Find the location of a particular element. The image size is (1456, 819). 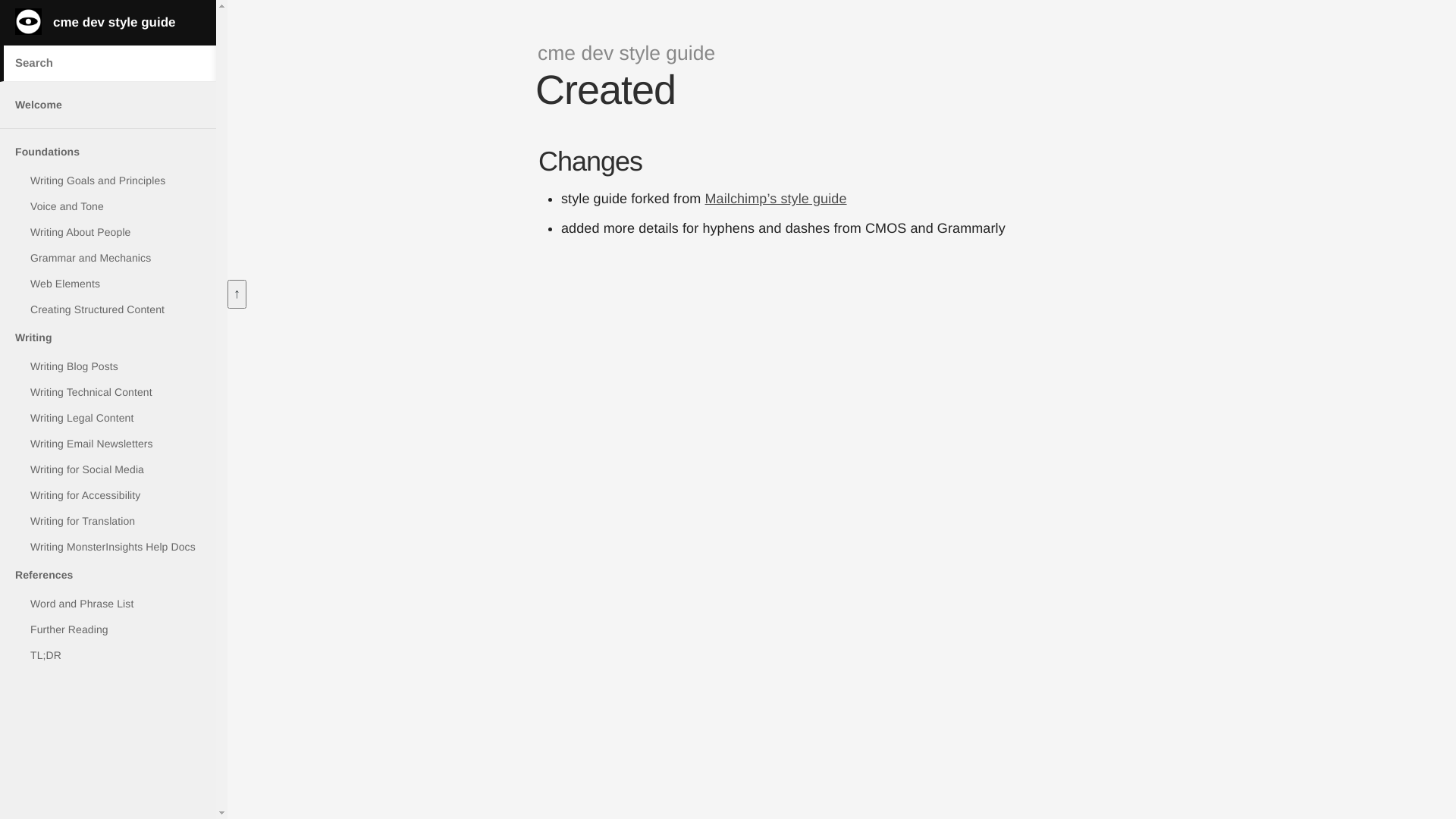

'Creating Structured Content' is located at coordinates (107, 309).